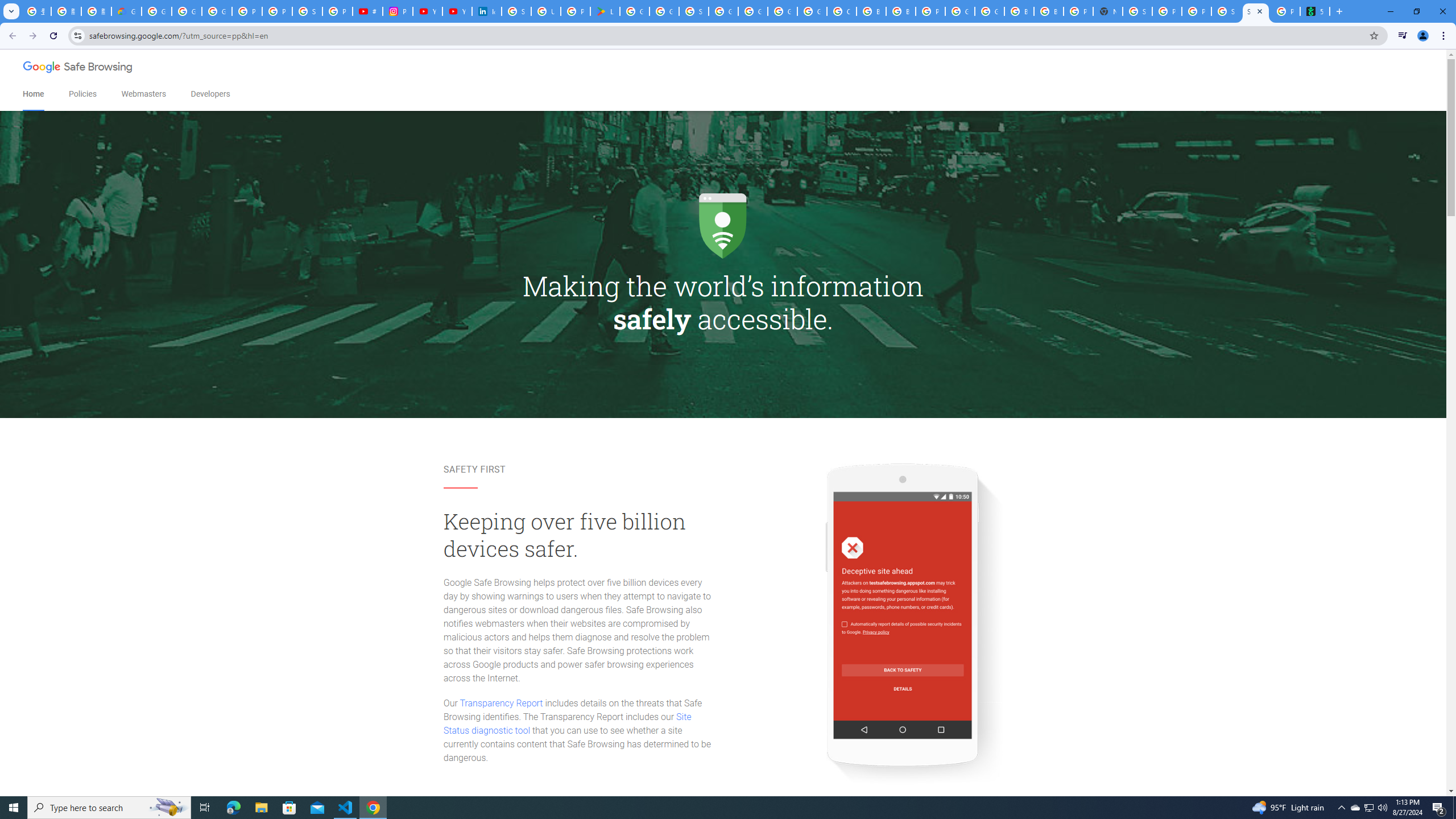 The image size is (1456, 819). I want to click on 'Google Workspace - Specific Terms', so click(664, 11).